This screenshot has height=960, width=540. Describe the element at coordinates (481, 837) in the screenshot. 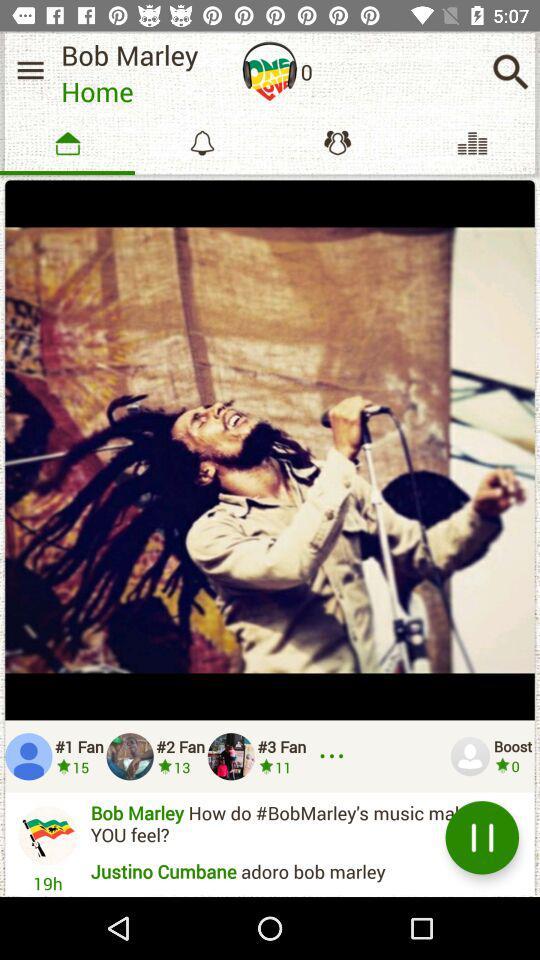

I see `the pause symbol` at that location.